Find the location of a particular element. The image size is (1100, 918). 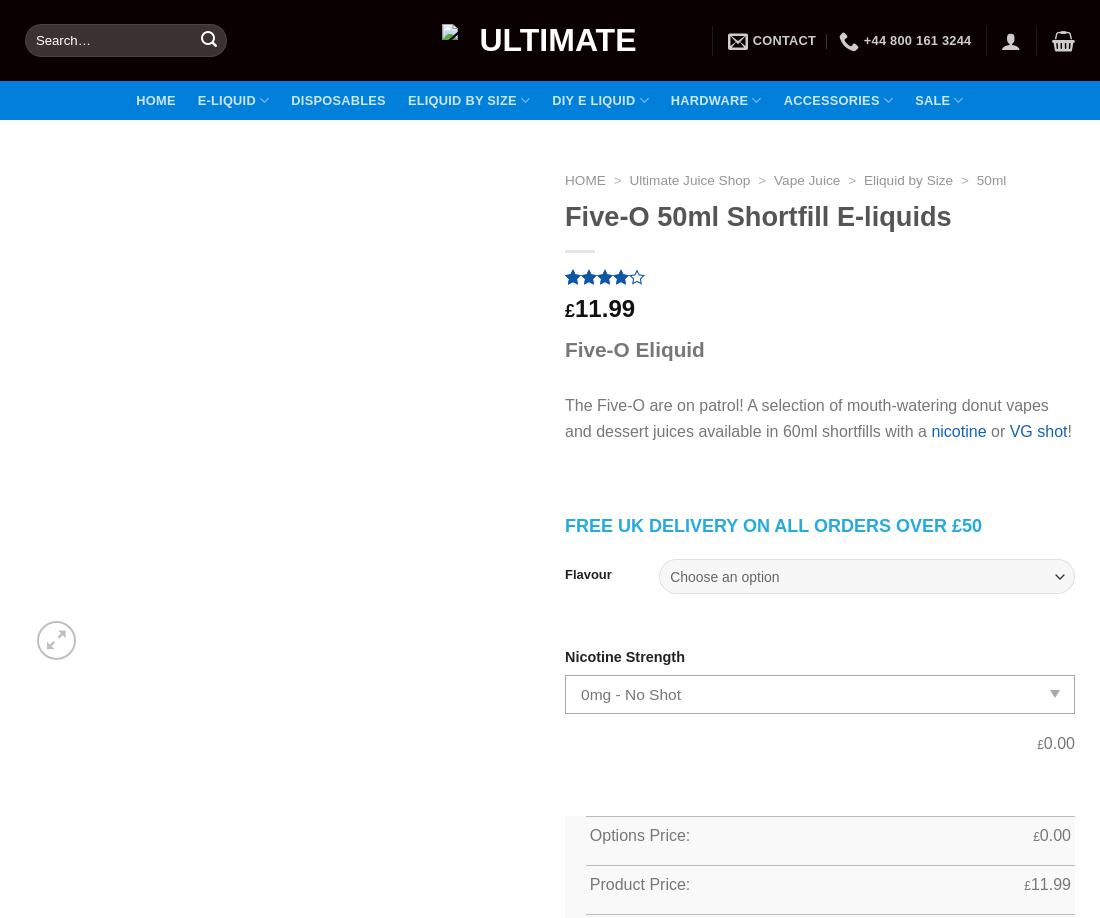

'50ml' is located at coordinates (989, 180).